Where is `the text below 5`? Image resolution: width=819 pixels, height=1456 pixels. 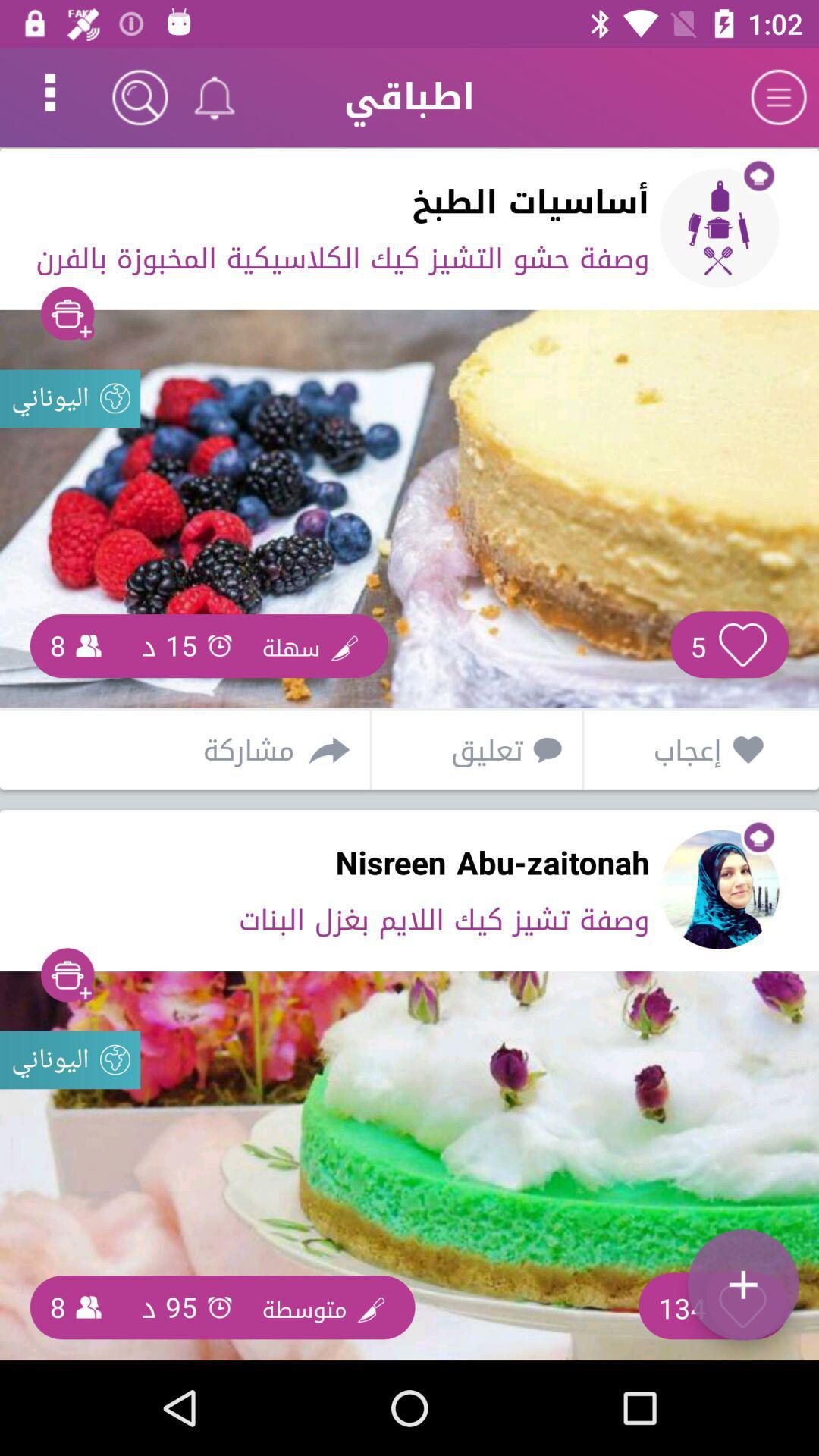 the text below 5 is located at coordinates (673, 750).